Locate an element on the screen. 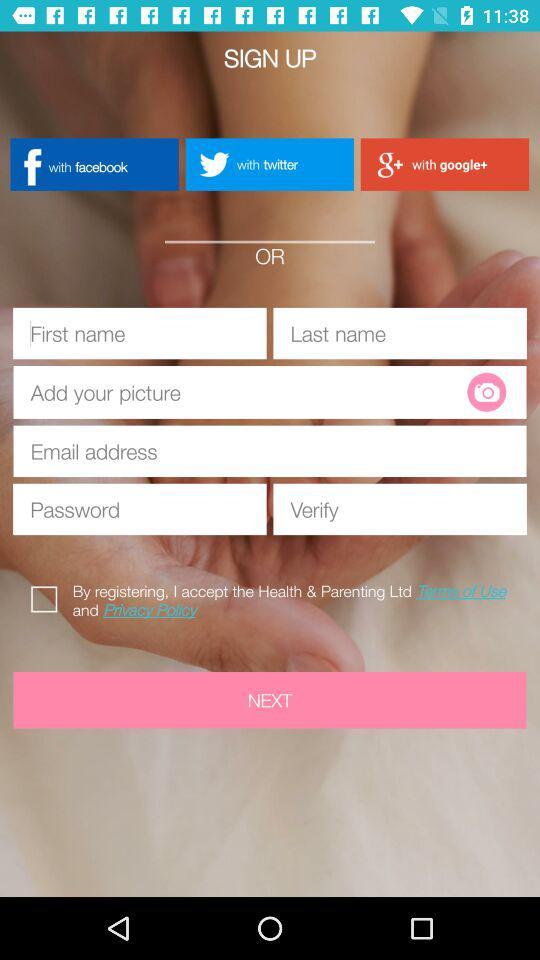 The height and width of the screenshot is (960, 540). icon next to the by registering i app is located at coordinates (48, 596).